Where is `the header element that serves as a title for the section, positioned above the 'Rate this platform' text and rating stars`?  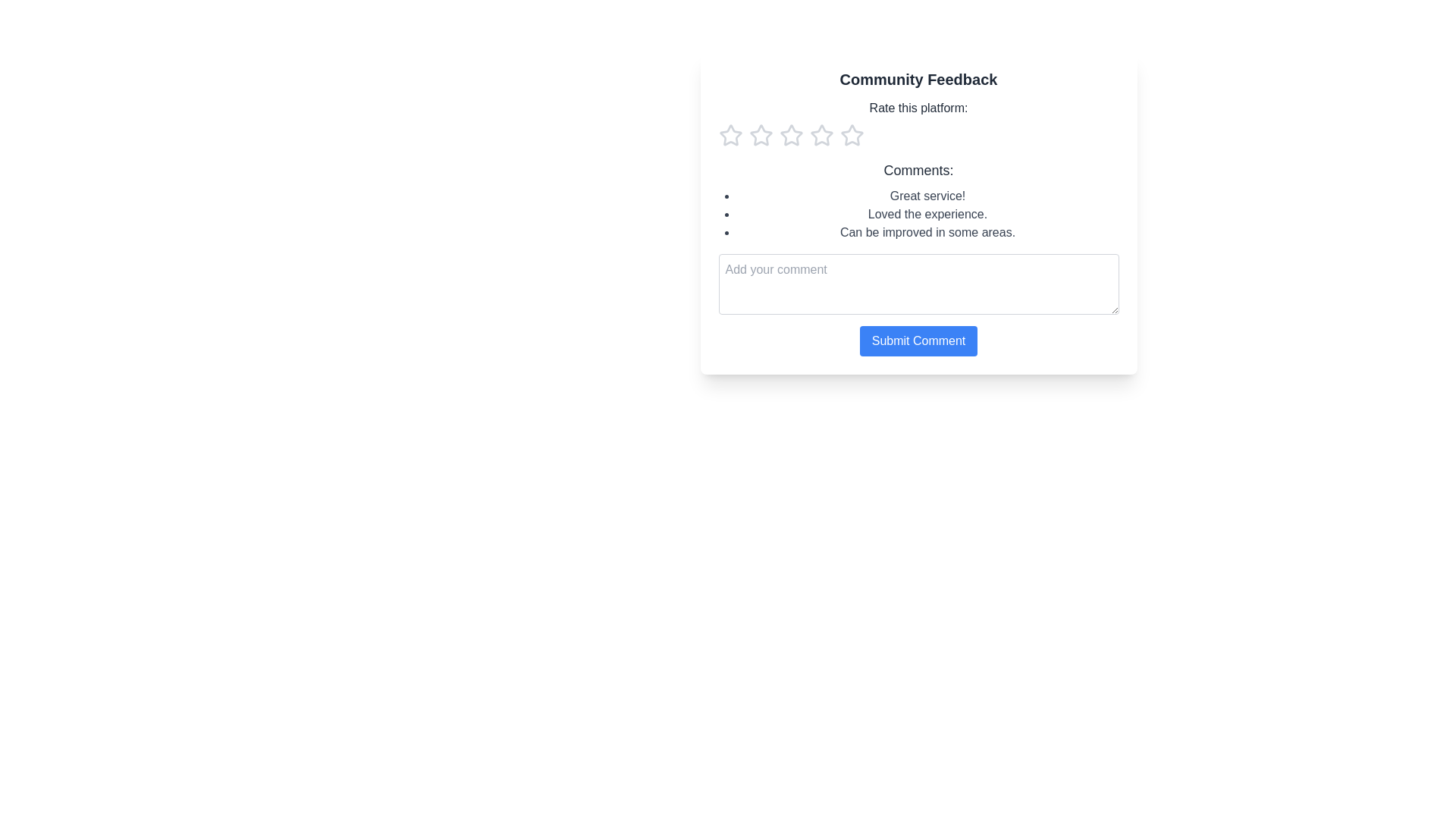 the header element that serves as a title for the section, positioned above the 'Rate this platform' text and rating stars is located at coordinates (918, 79).